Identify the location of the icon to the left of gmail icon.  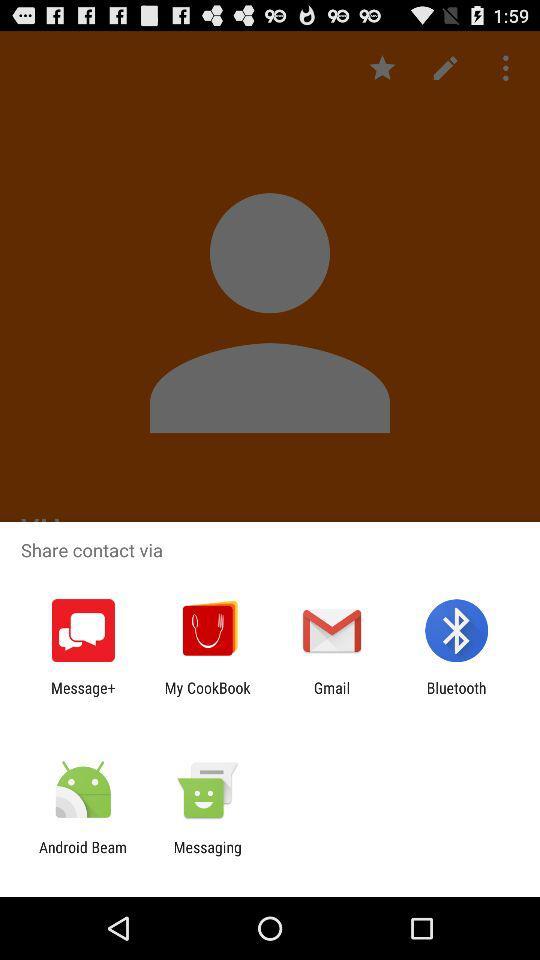
(206, 696).